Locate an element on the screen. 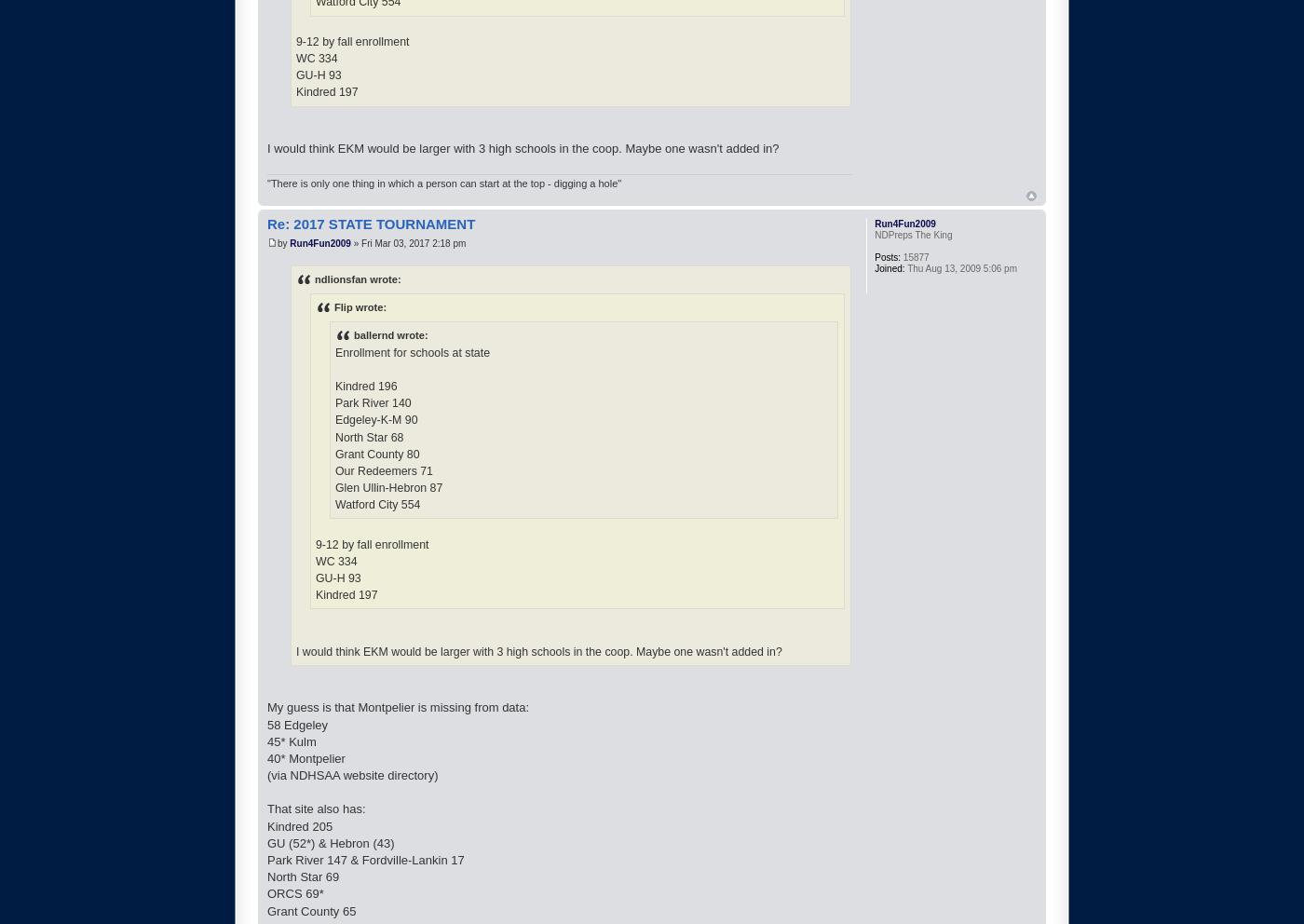  'Kindred 205' is located at coordinates (300, 825).